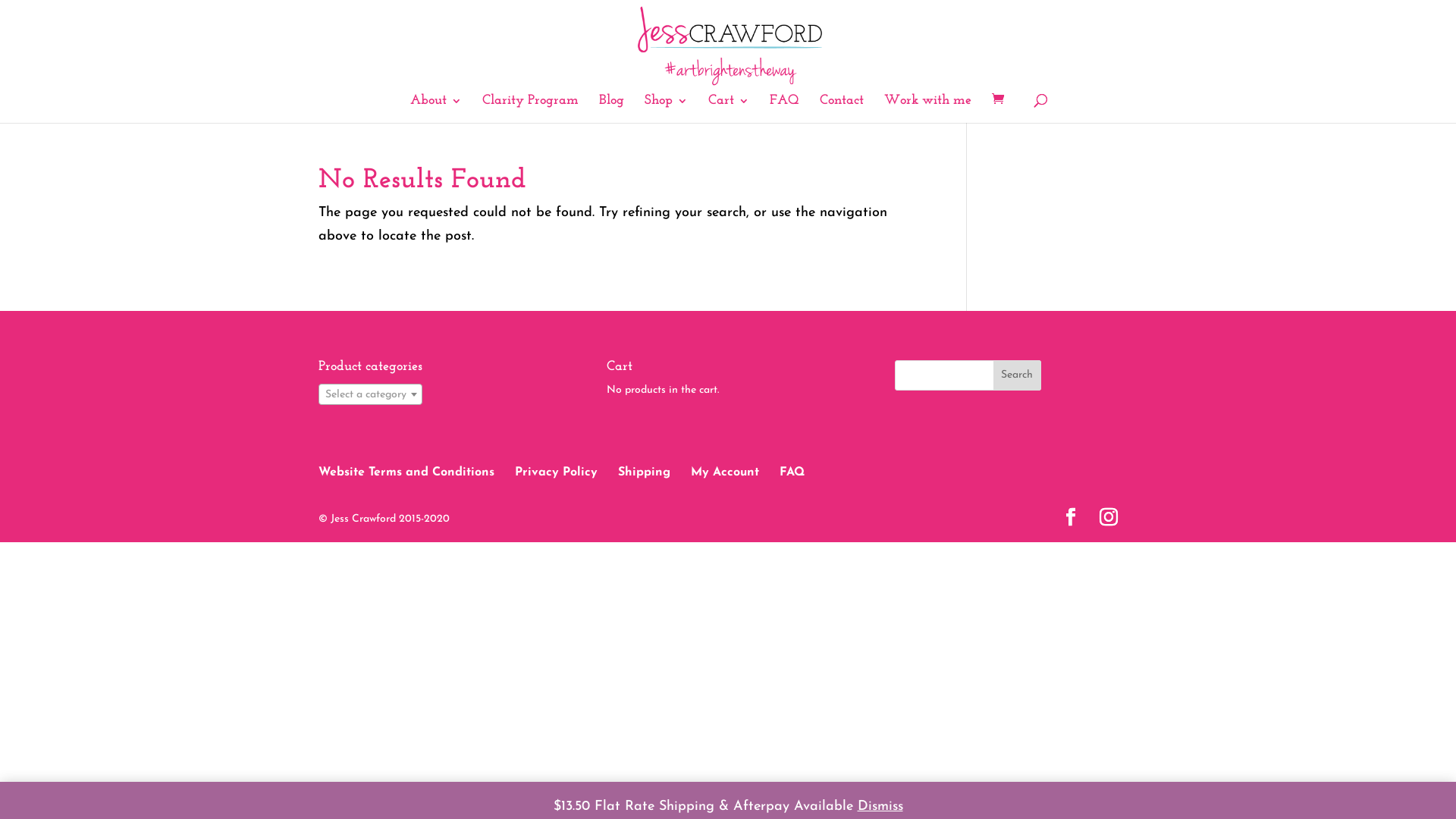 This screenshot has height=819, width=1456. What do you see at coordinates (1018, 375) in the screenshot?
I see `'Search'` at bounding box center [1018, 375].